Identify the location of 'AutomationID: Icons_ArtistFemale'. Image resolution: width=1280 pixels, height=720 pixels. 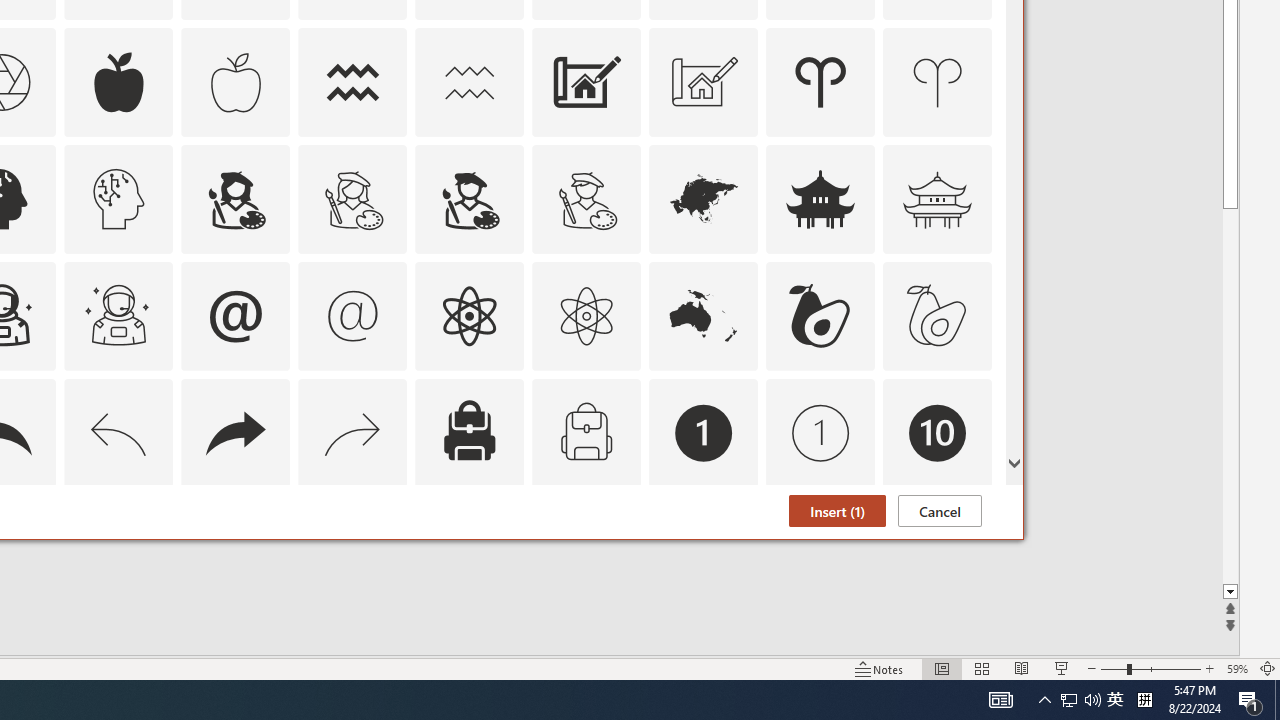
(235, 198).